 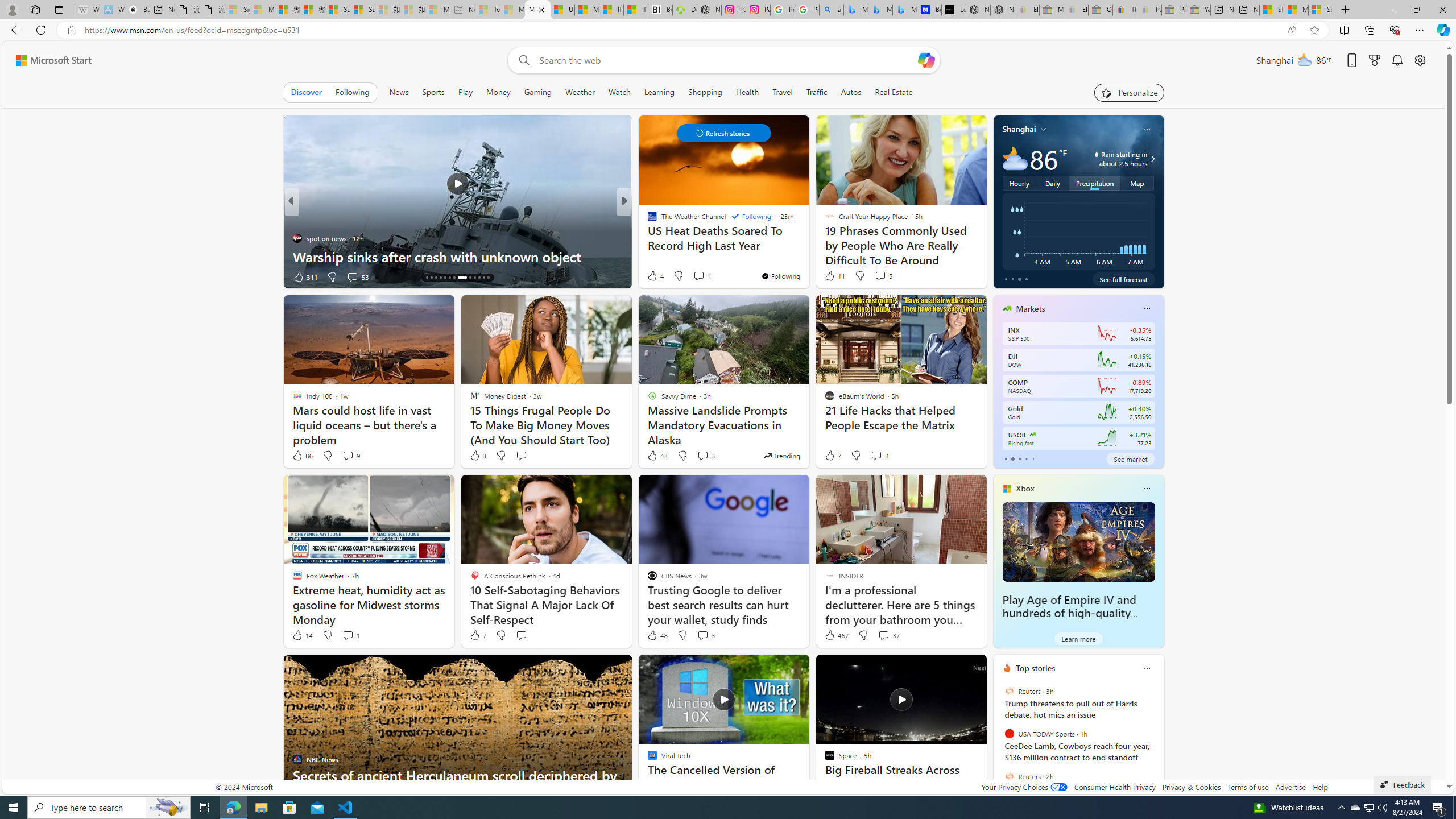 What do you see at coordinates (1078, 638) in the screenshot?
I see `'Learn more'` at bounding box center [1078, 638].